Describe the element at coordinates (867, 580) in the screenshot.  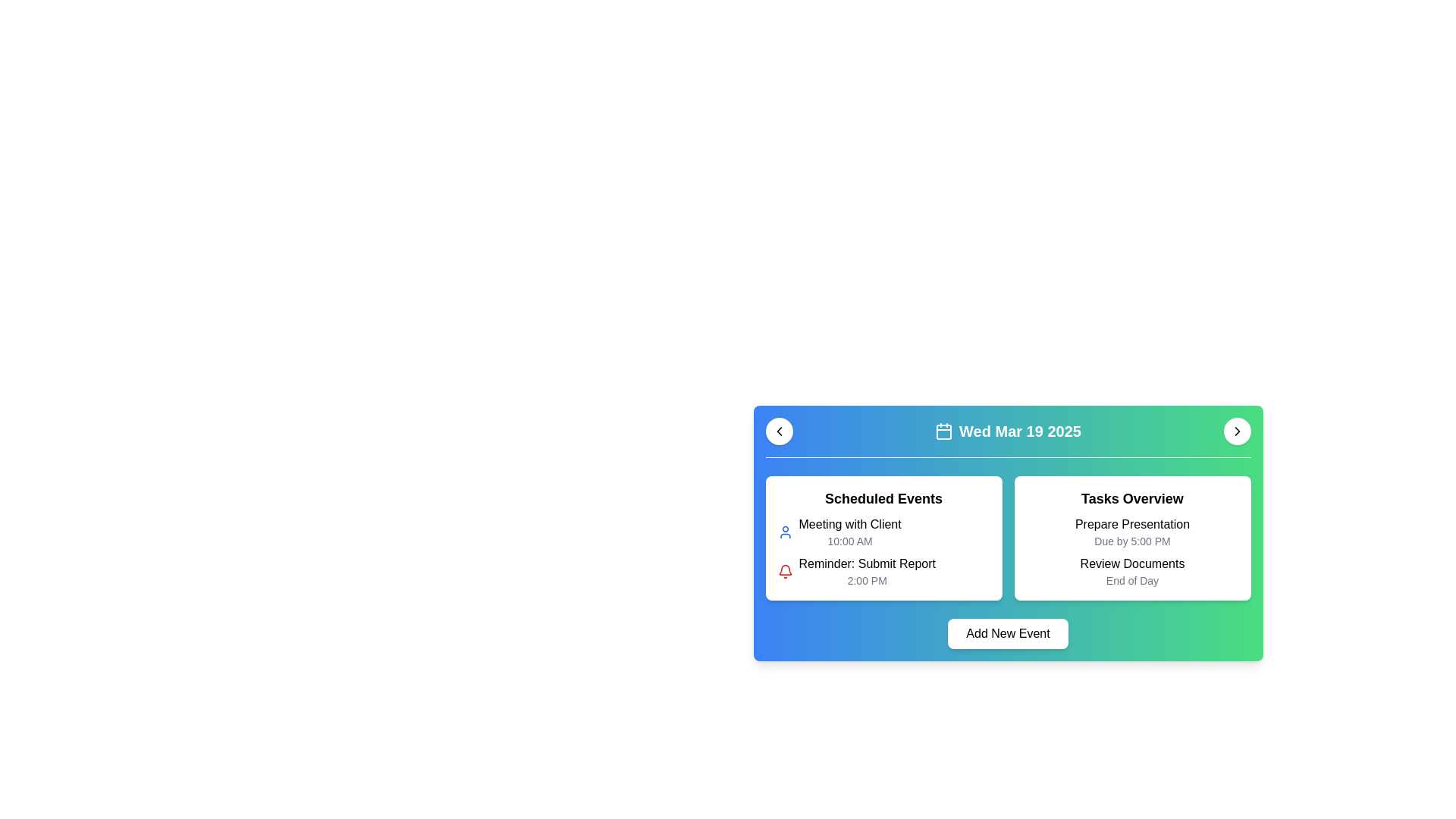
I see `the Text Label displaying '2:00 PM' which is positioned beneath the primary text 'Reminder: Submit Report' in the Scheduled Events section` at that location.